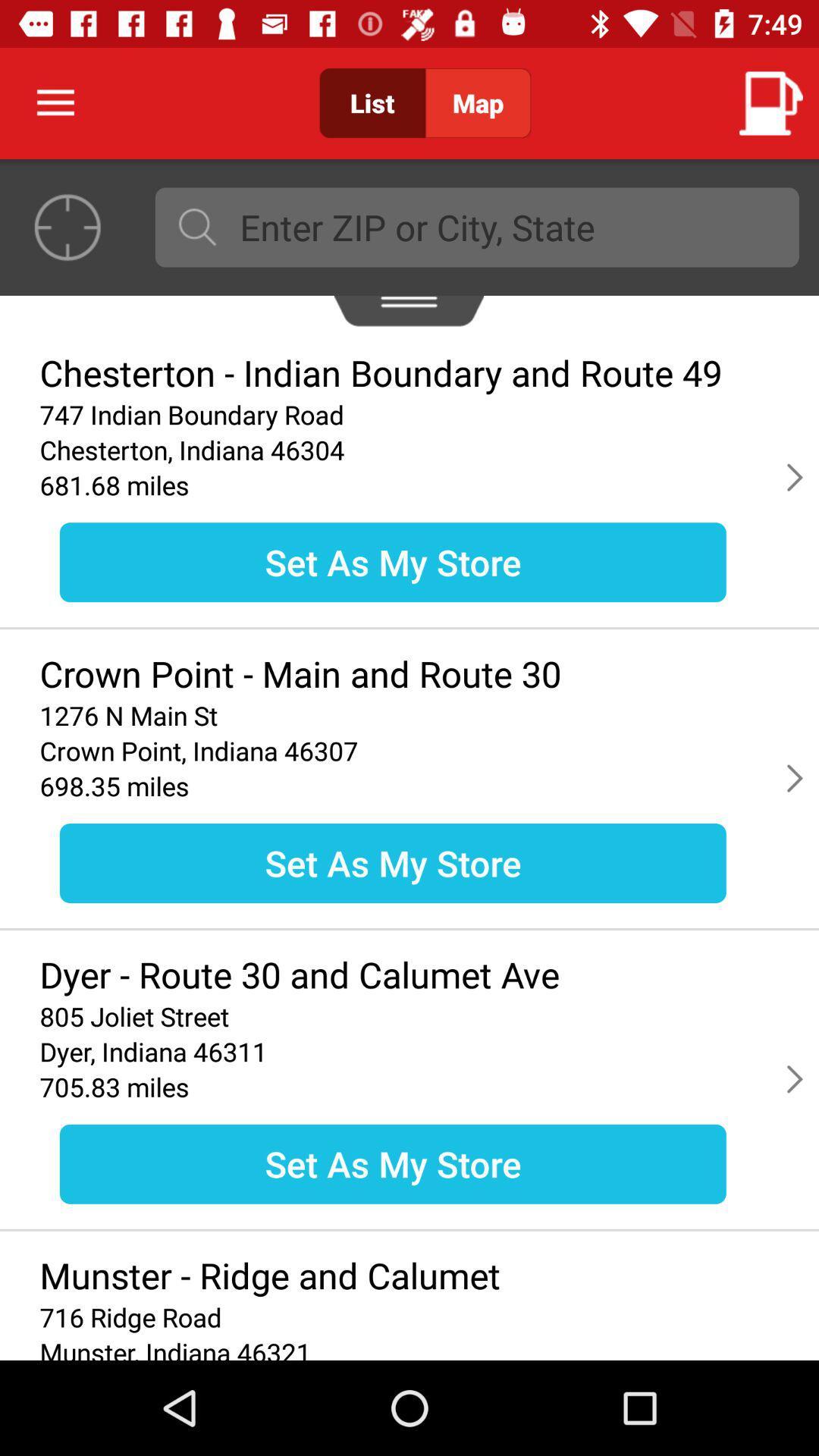 This screenshot has height=1456, width=819. Describe the element at coordinates (67, 226) in the screenshot. I see `the location_crosshair icon` at that location.